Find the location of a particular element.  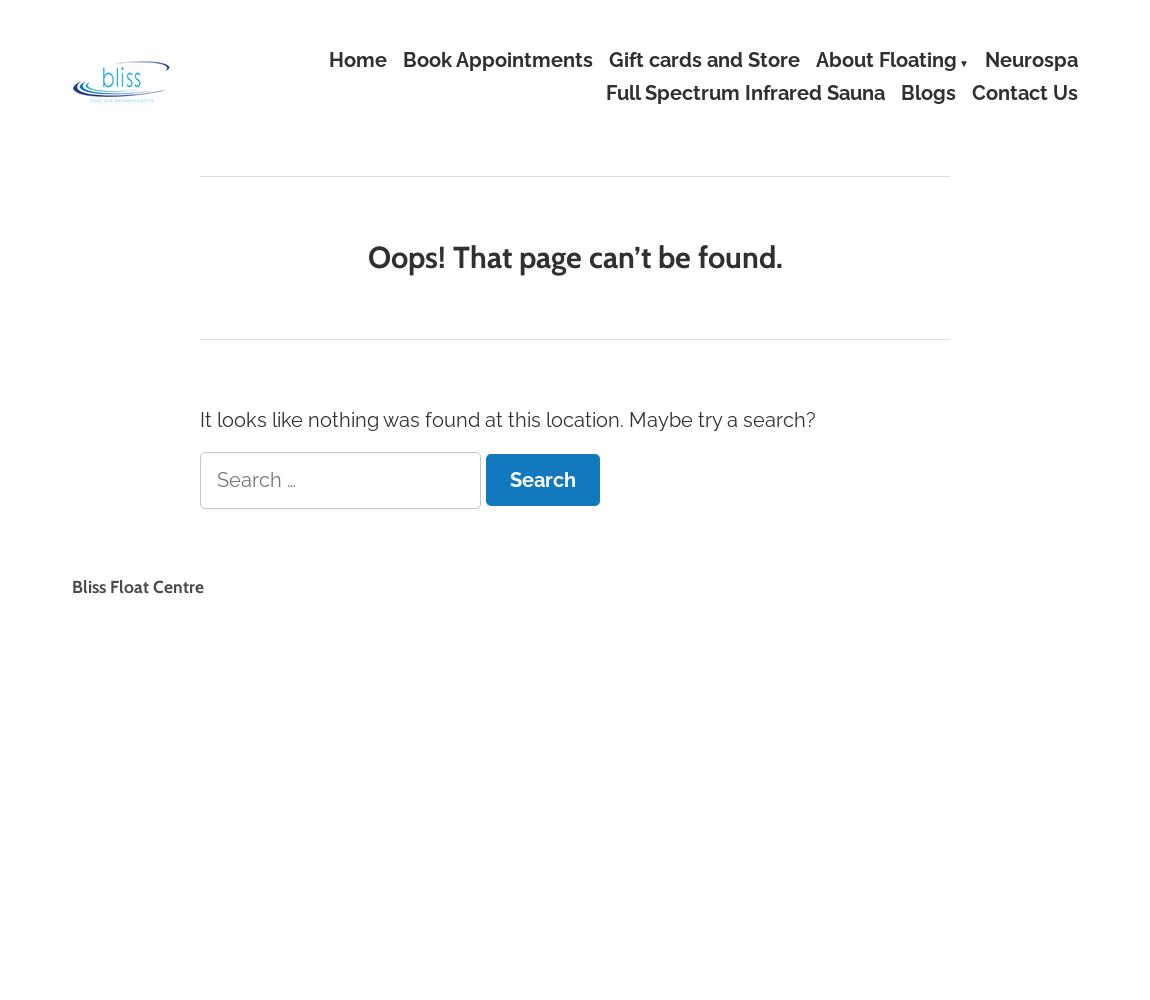

'Contact Us' is located at coordinates (1024, 92).